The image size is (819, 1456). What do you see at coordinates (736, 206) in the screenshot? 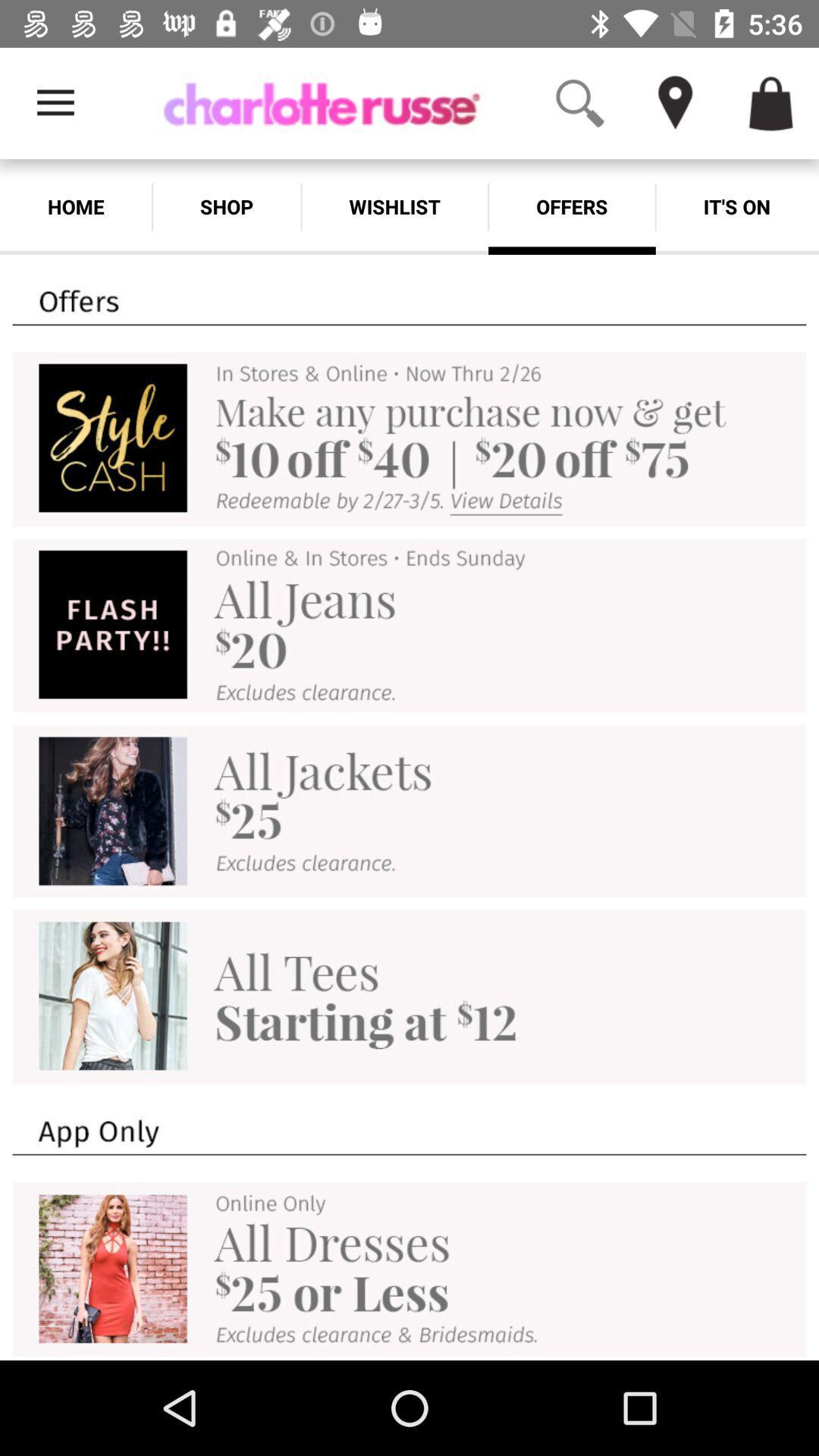
I see `it's on app` at bounding box center [736, 206].